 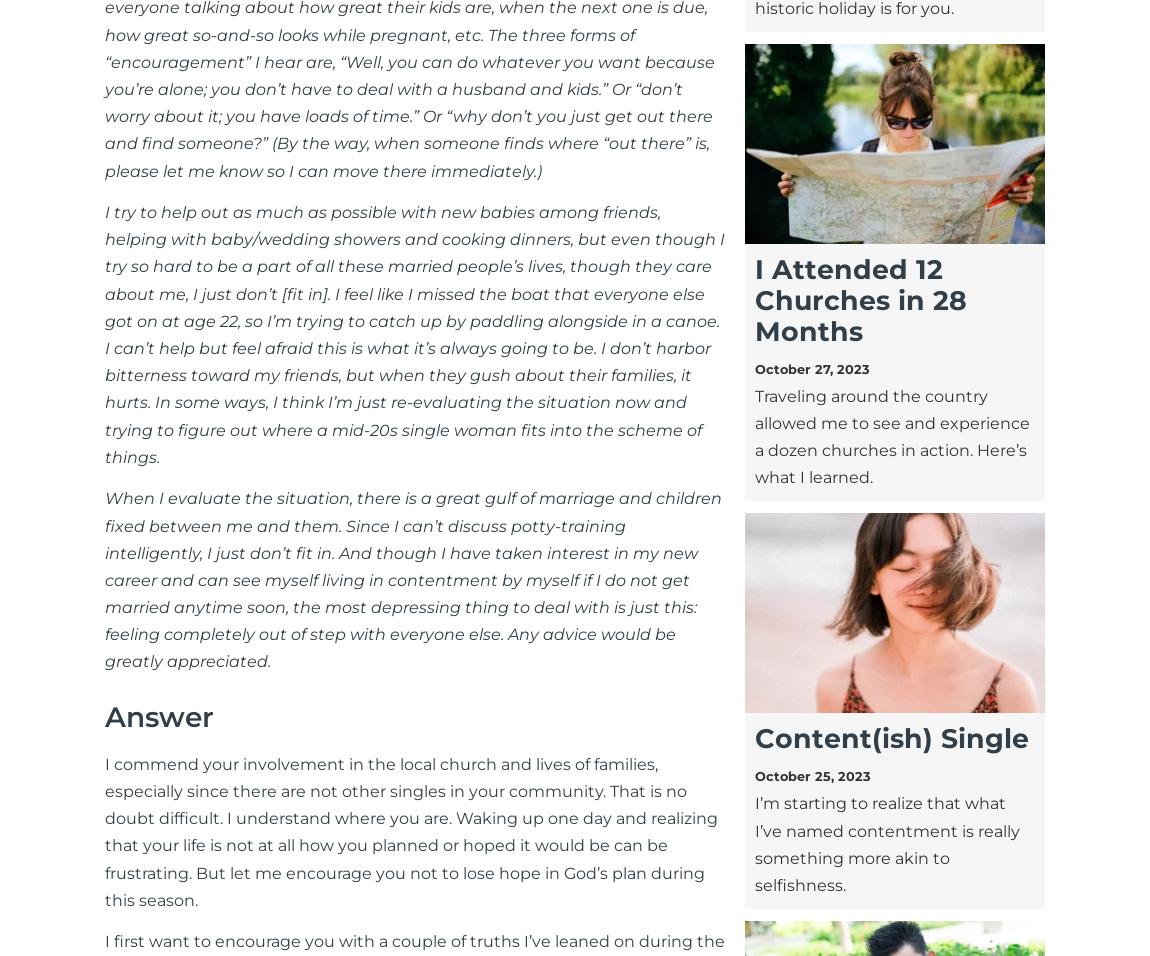 What do you see at coordinates (810, 368) in the screenshot?
I see `'October 27, 2023'` at bounding box center [810, 368].